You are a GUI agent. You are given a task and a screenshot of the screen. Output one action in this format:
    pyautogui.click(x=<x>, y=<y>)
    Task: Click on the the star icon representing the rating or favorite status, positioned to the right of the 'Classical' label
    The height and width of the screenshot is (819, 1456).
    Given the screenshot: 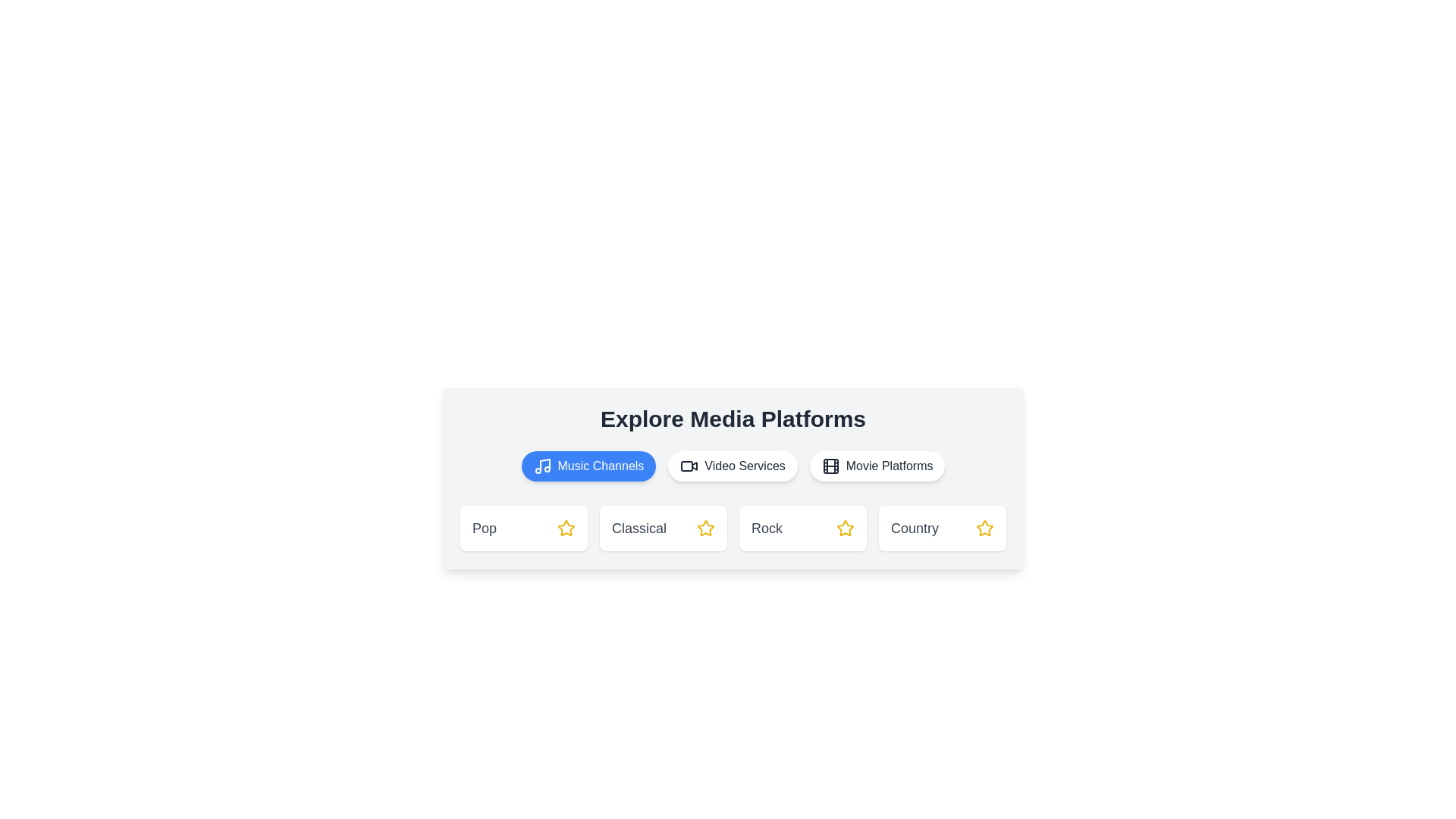 What is the action you would take?
    pyautogui.click(x=705, y=528)
    